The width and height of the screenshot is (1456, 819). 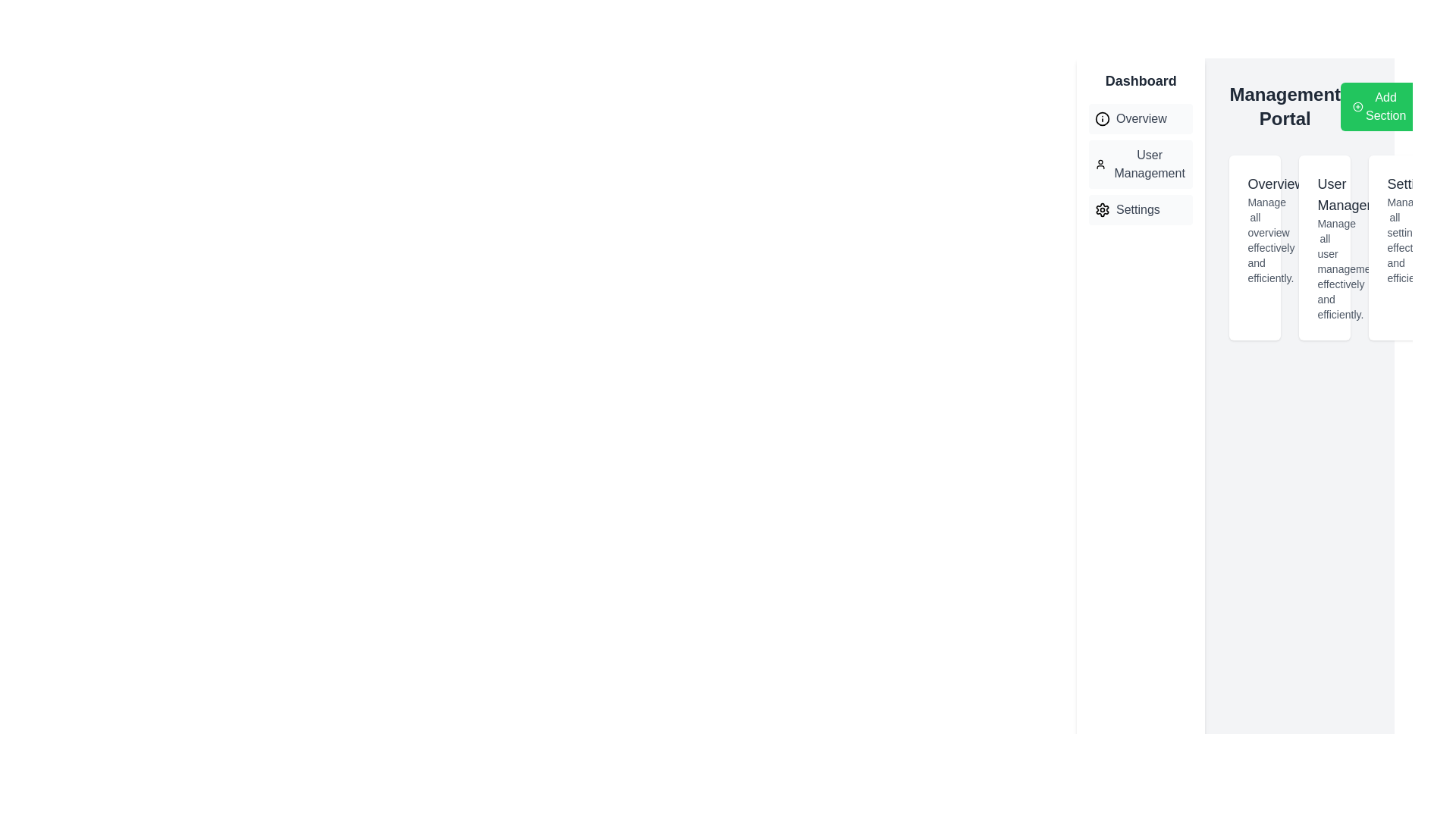 I want to click on the outer circular part of the SVG icon located in the sidebar next to the 'Overview' text link, so click(x=1103, y=118).